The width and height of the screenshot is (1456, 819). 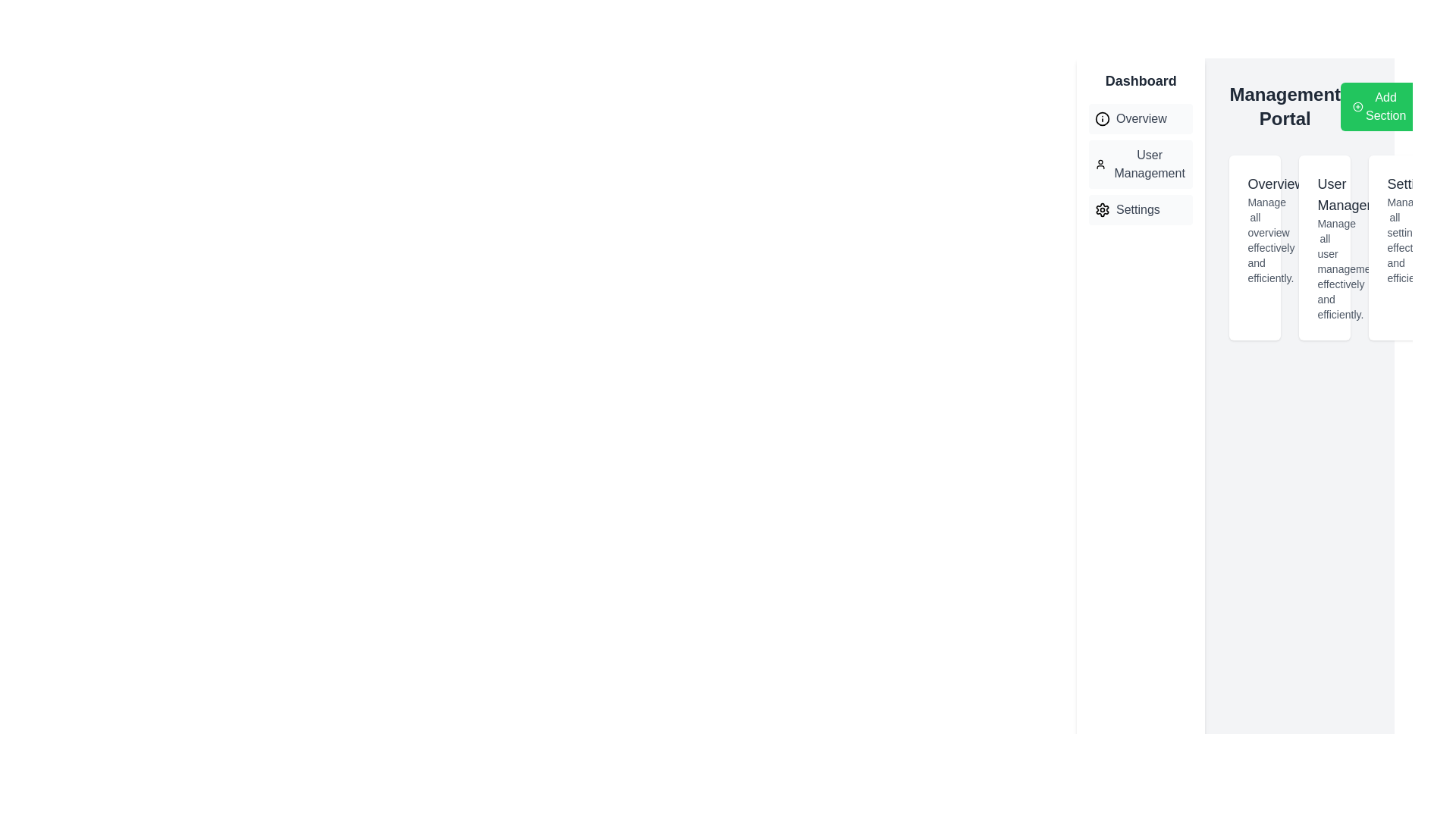 I want to click on the outer circular part of the SVG icon located in the sidebar next to the 'Overview' text link, so click(x=1103, y=118).